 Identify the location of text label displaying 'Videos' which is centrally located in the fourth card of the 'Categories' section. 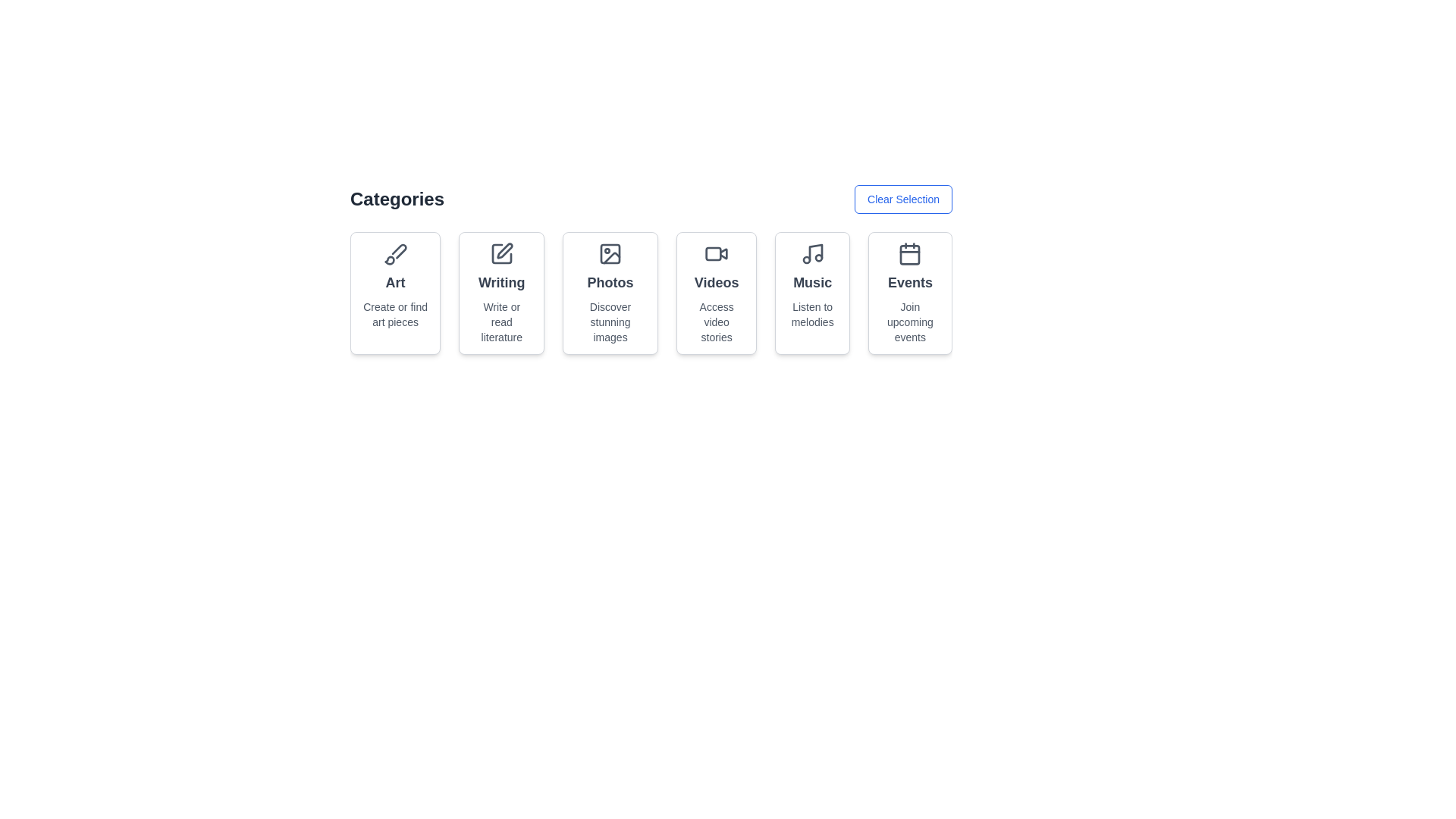
(716, 283).